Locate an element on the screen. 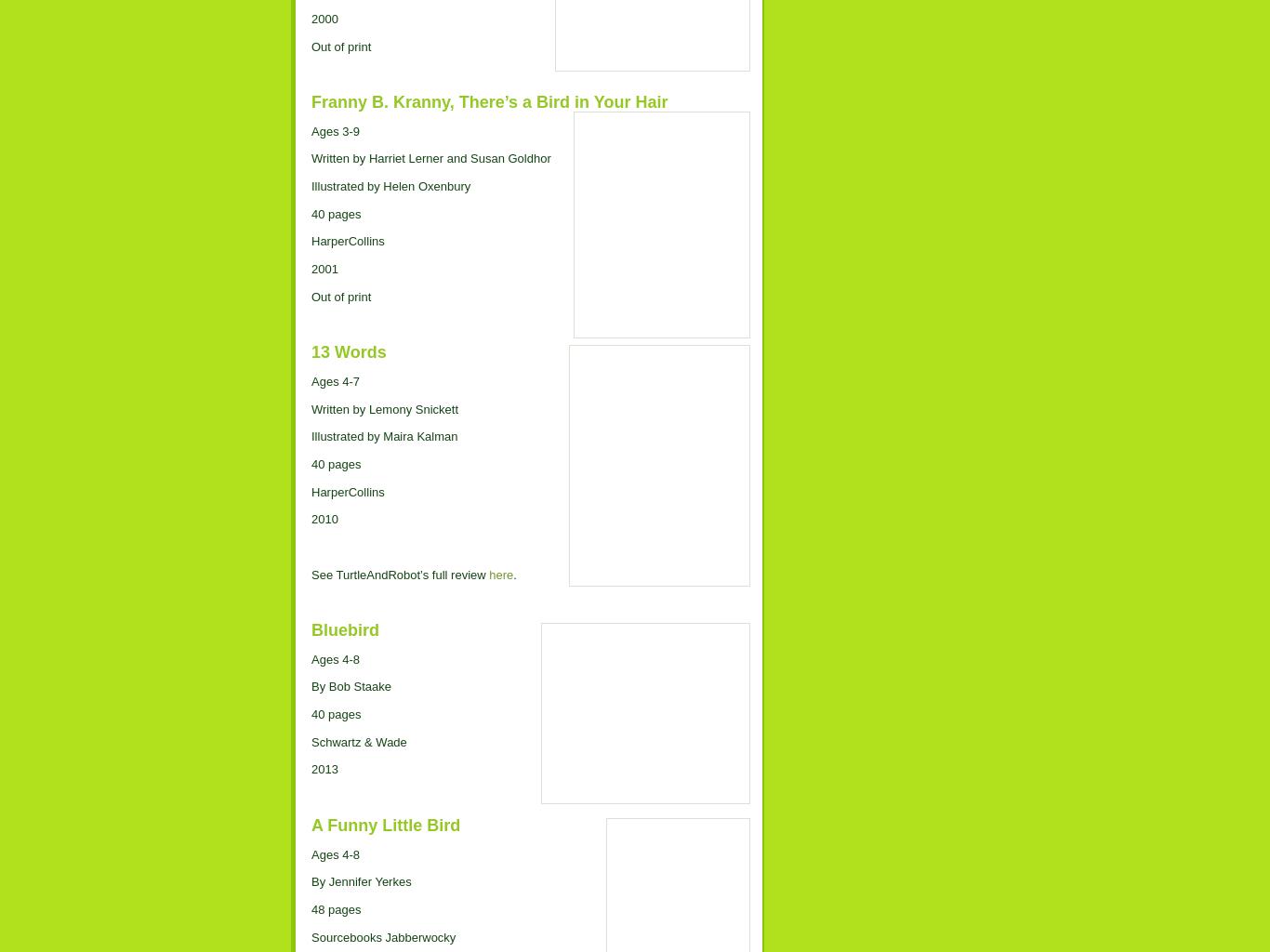  'Written by Harriet Lerner and Susan Goldhor' is located at coordinates (430, 157).